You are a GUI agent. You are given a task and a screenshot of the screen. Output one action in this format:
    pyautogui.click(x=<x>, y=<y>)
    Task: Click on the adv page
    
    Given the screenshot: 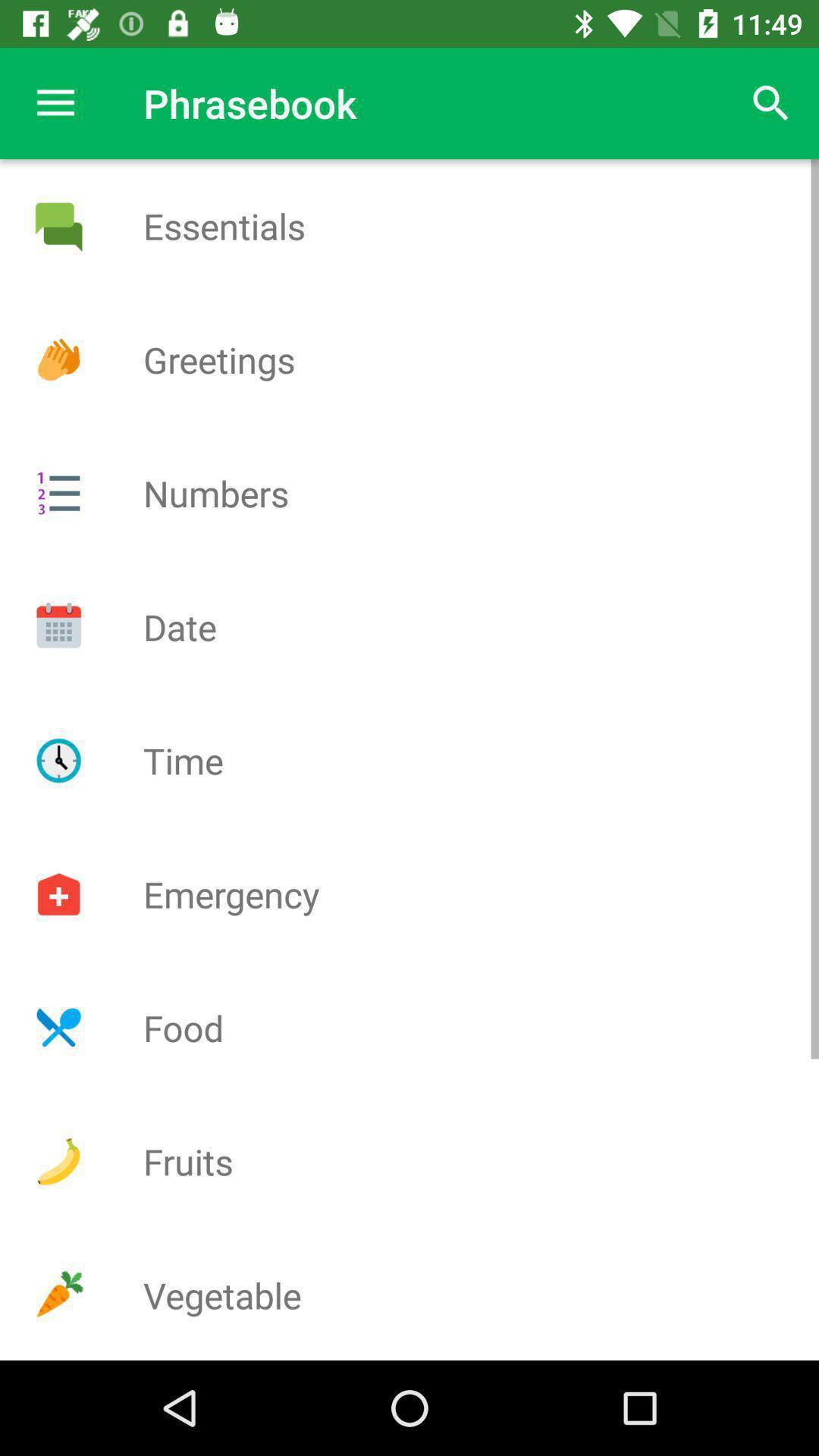 What is the action you would take?
    pyautogui.click(x=58, y=1028)
    